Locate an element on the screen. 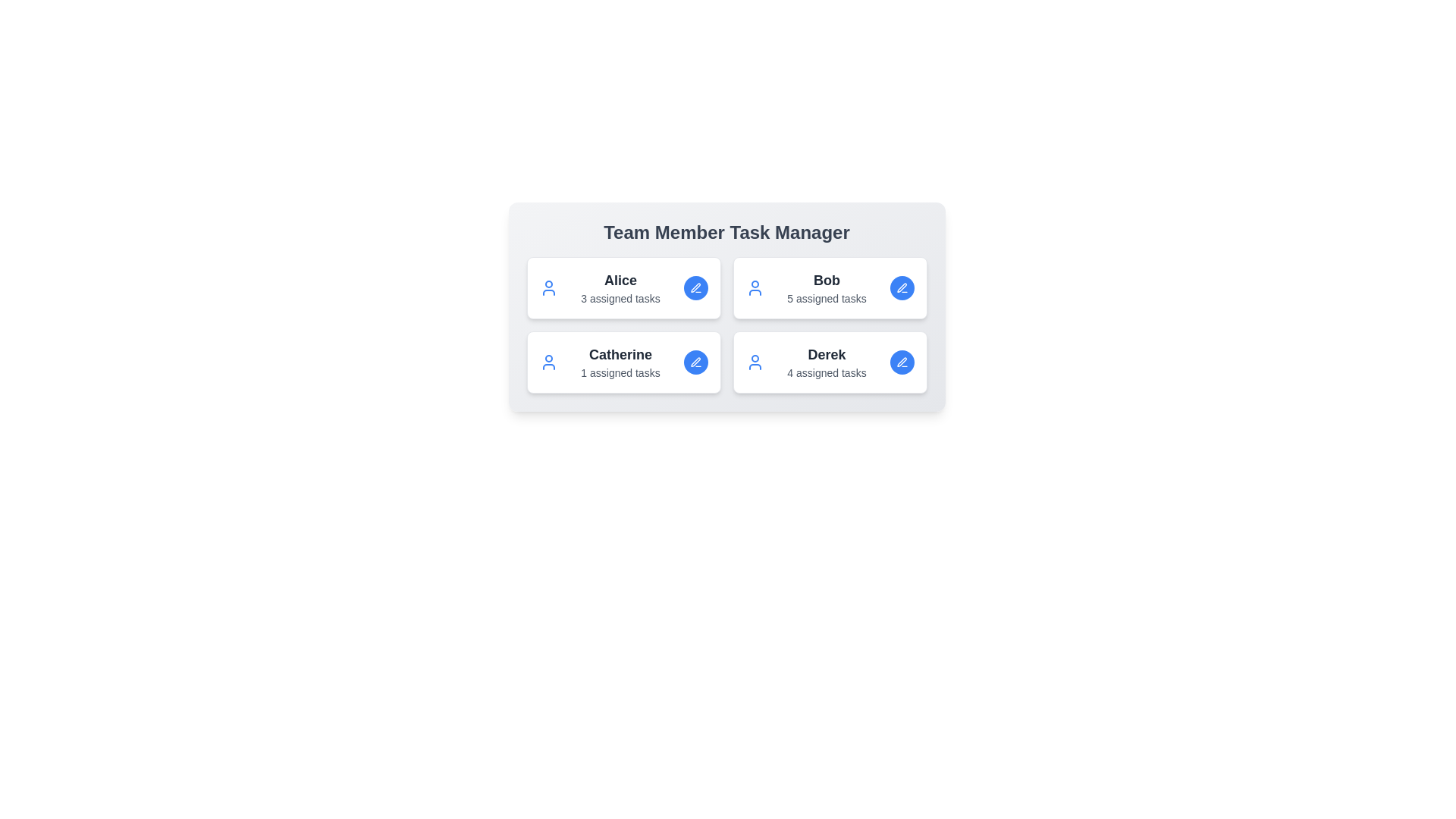 This screenshot has height=819, width=1456. the icon representing Derek to interact with their tasks is located at coordinates (755, 362).